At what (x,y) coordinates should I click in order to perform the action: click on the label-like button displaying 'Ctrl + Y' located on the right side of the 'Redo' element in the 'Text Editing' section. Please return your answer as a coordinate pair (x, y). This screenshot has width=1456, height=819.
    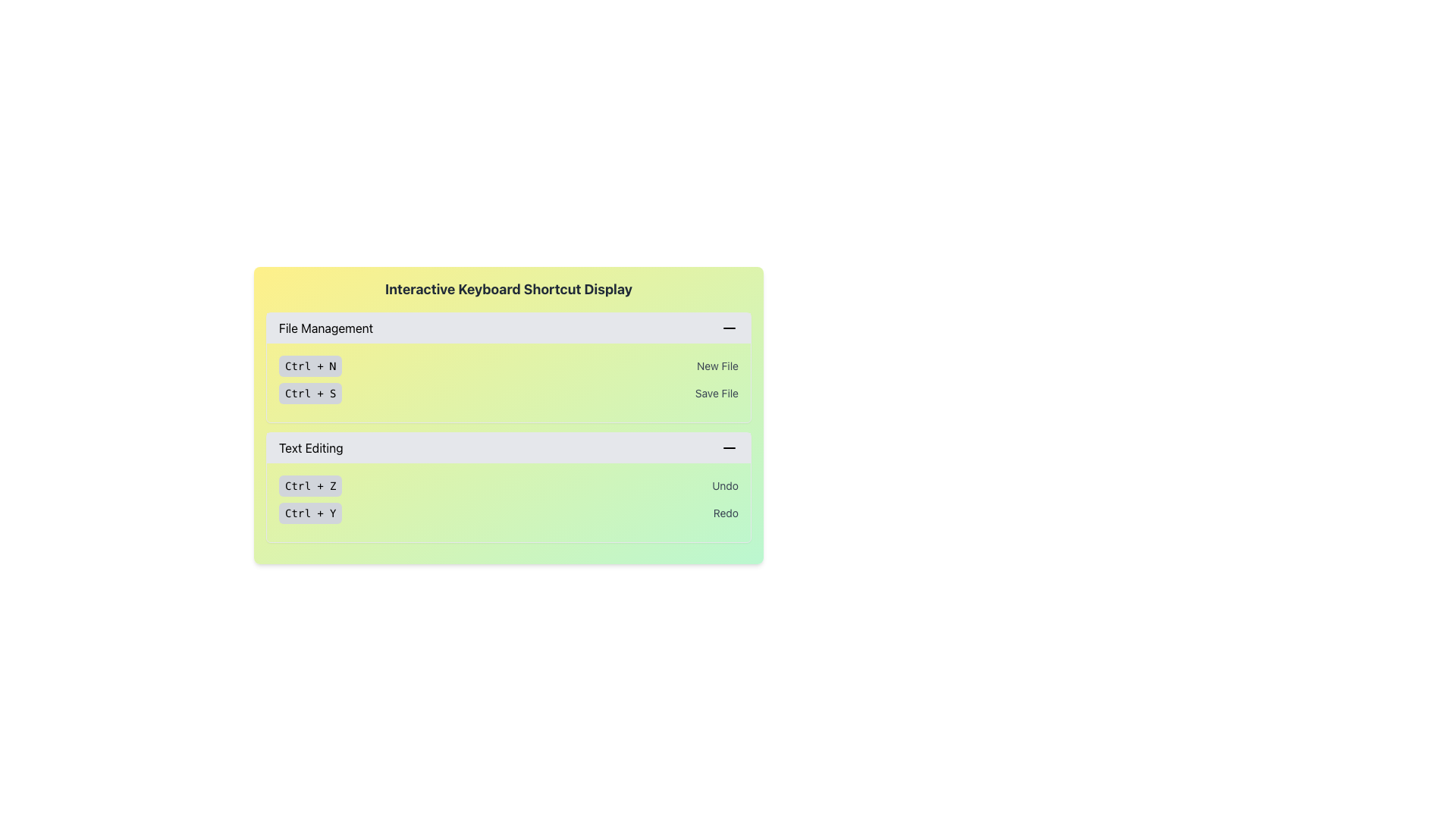
    Looking at the image, I should click on (309, 513).